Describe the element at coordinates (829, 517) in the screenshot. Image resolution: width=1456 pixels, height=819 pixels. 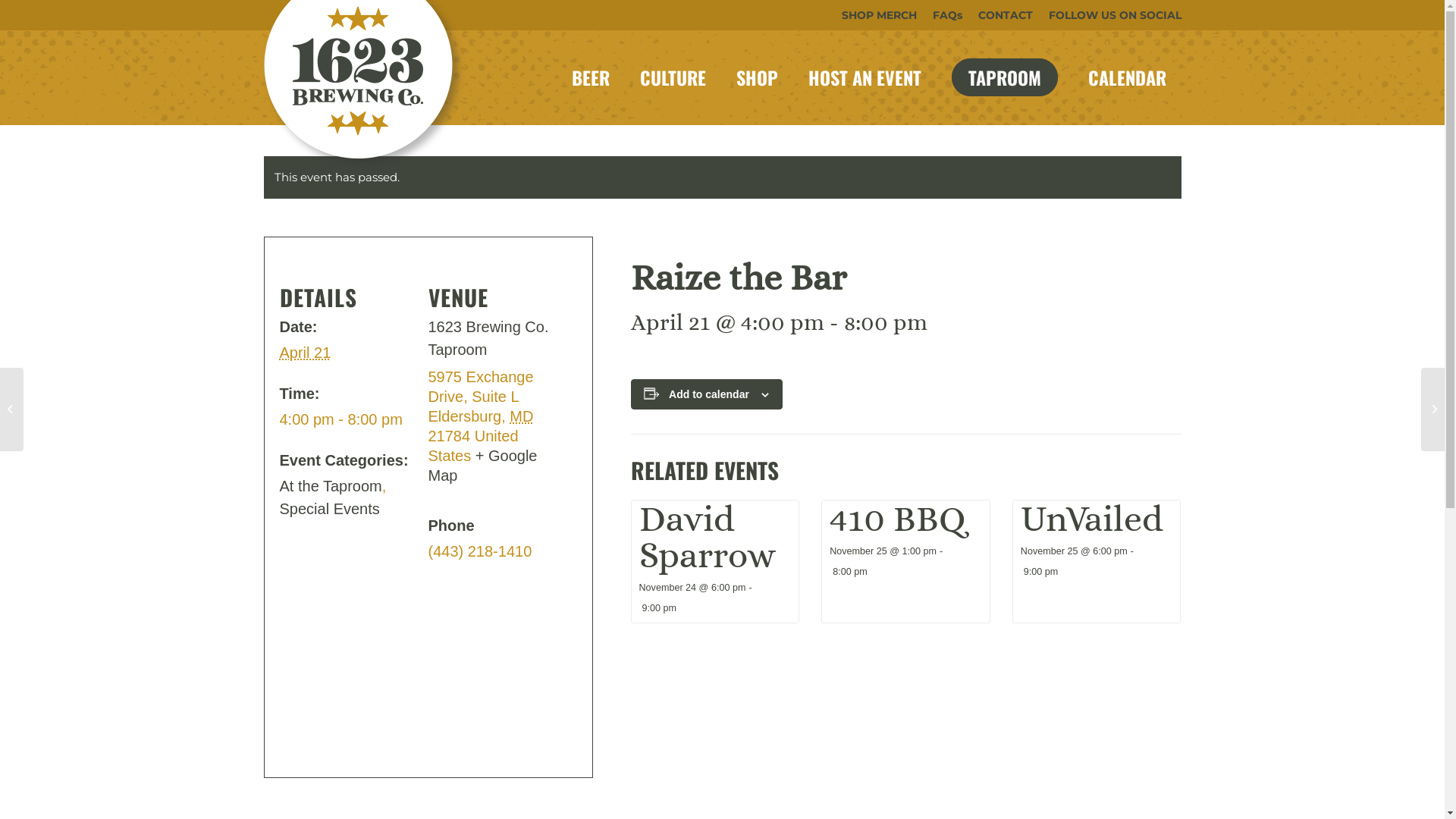
I see `'410 BBQ'` at that location.